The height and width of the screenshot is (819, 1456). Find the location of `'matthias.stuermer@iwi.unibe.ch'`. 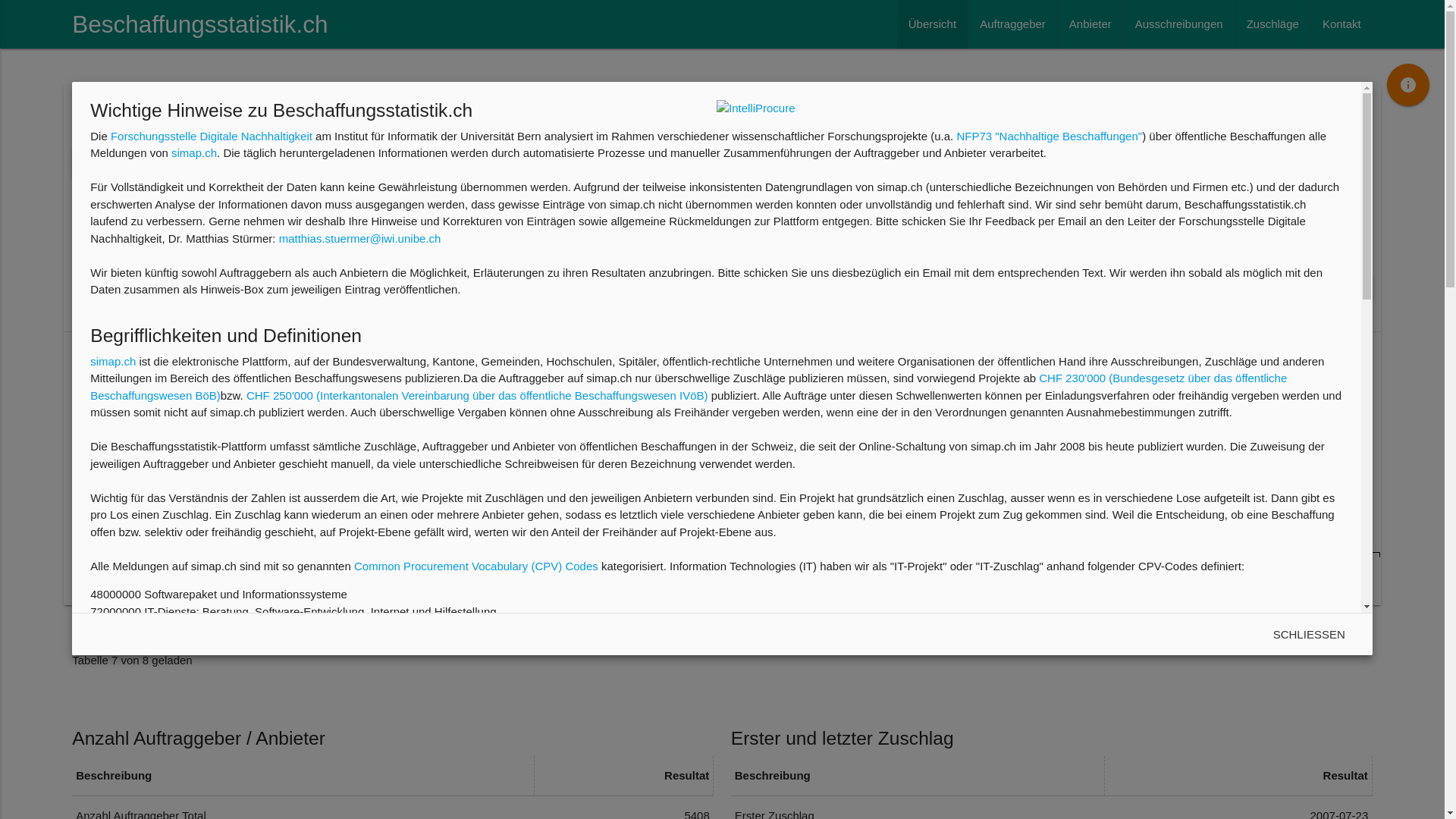

'matthias.stuermer@iwi.unibe.ch' is located at coordinates (359, 238).